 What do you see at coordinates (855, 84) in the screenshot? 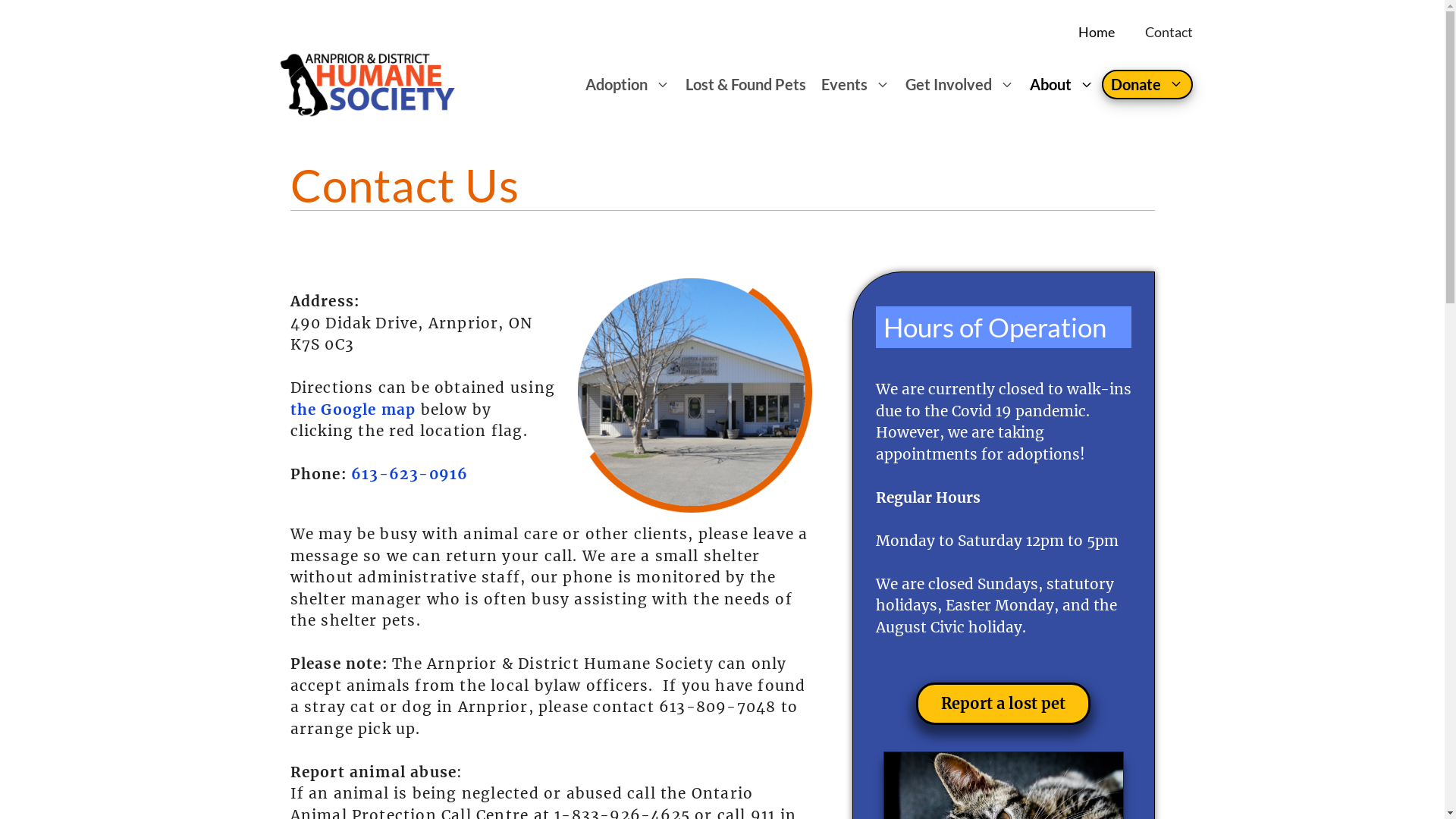
I see `'Events'` at bounding box center [855, 84].